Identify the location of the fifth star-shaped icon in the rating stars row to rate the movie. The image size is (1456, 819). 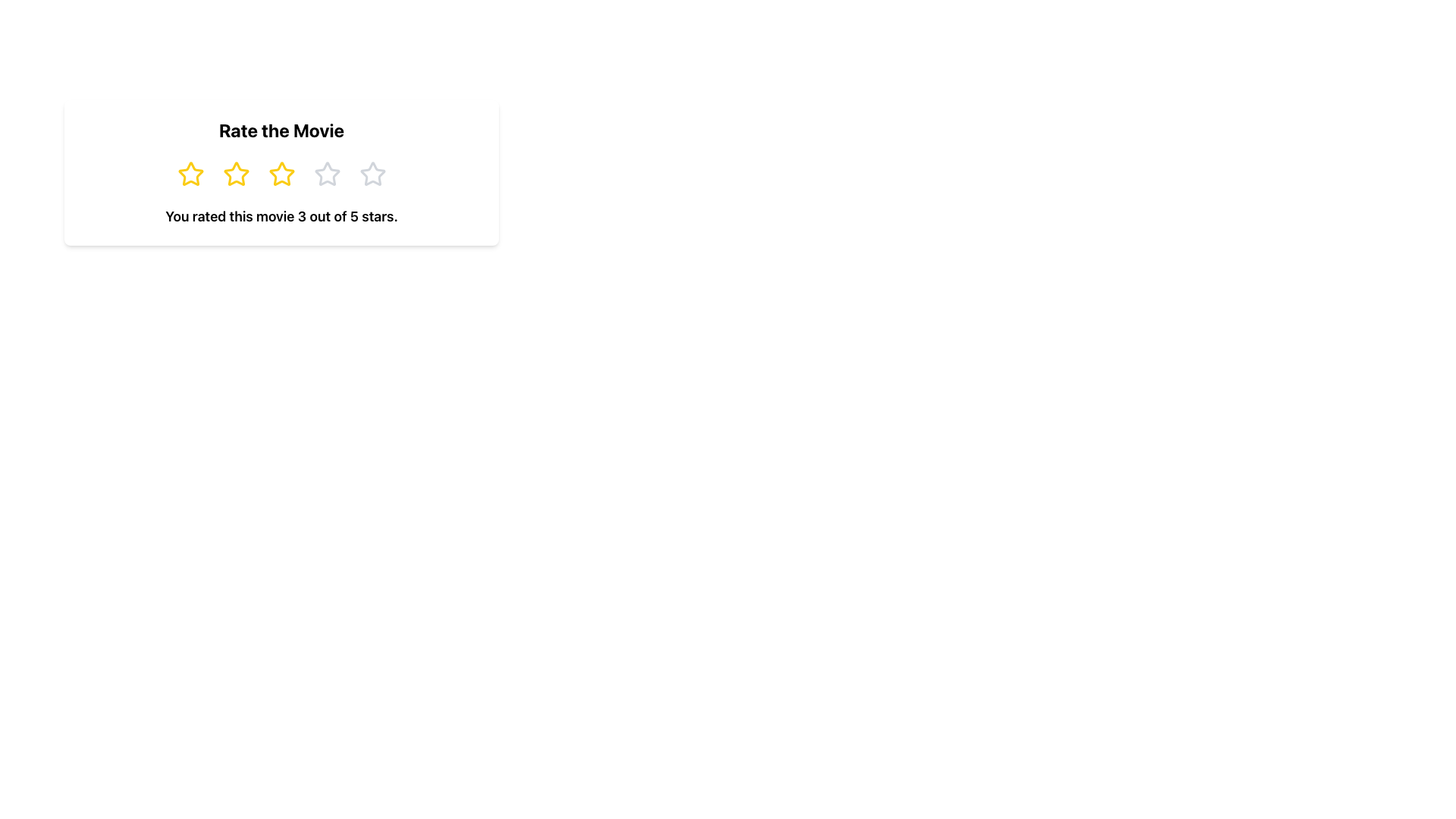
(372, 174).